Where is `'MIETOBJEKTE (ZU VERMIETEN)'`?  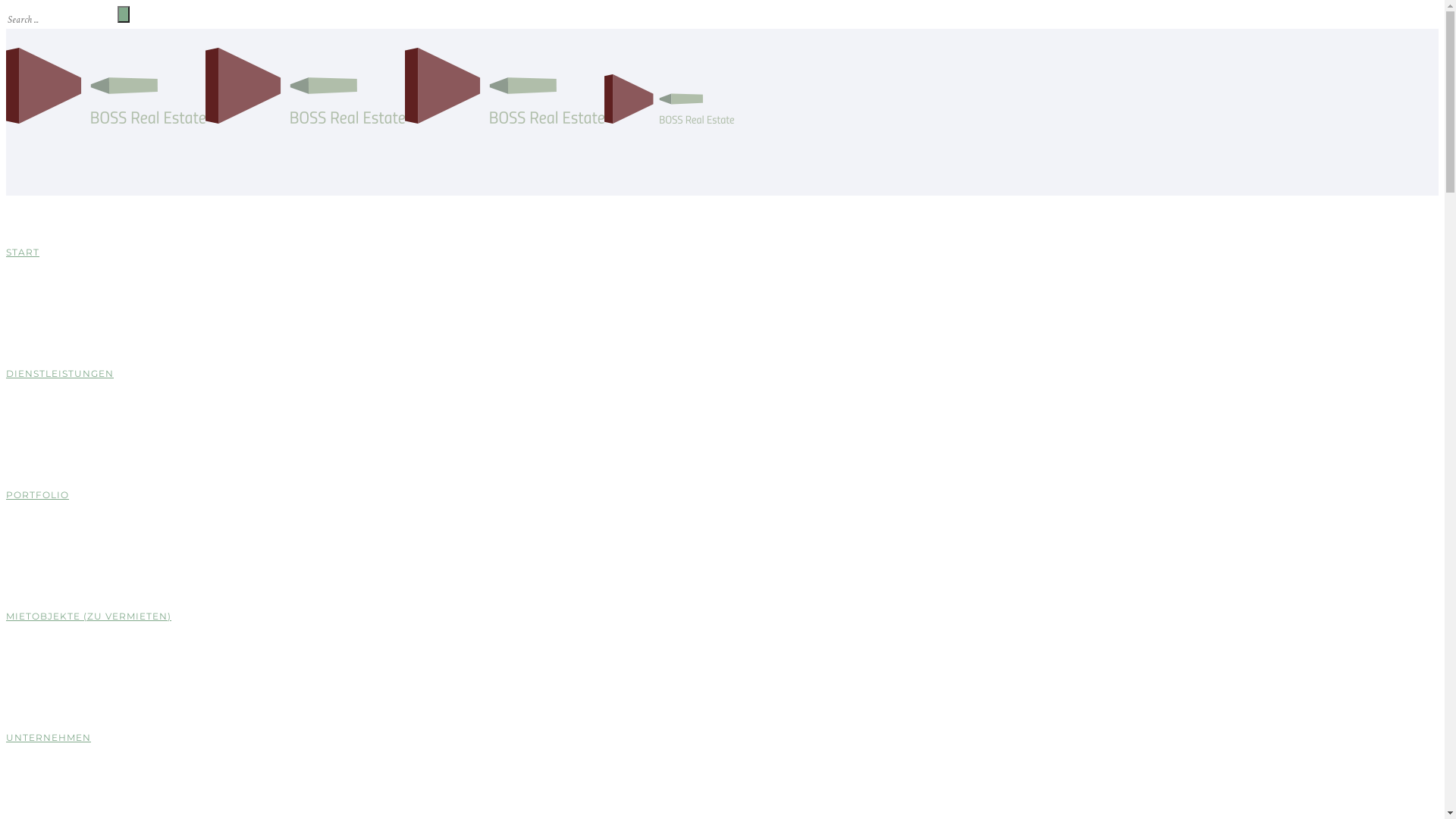 'MIETOBJEKTE (ZU VERMIETEN)' is located at coordinates (87, 616).